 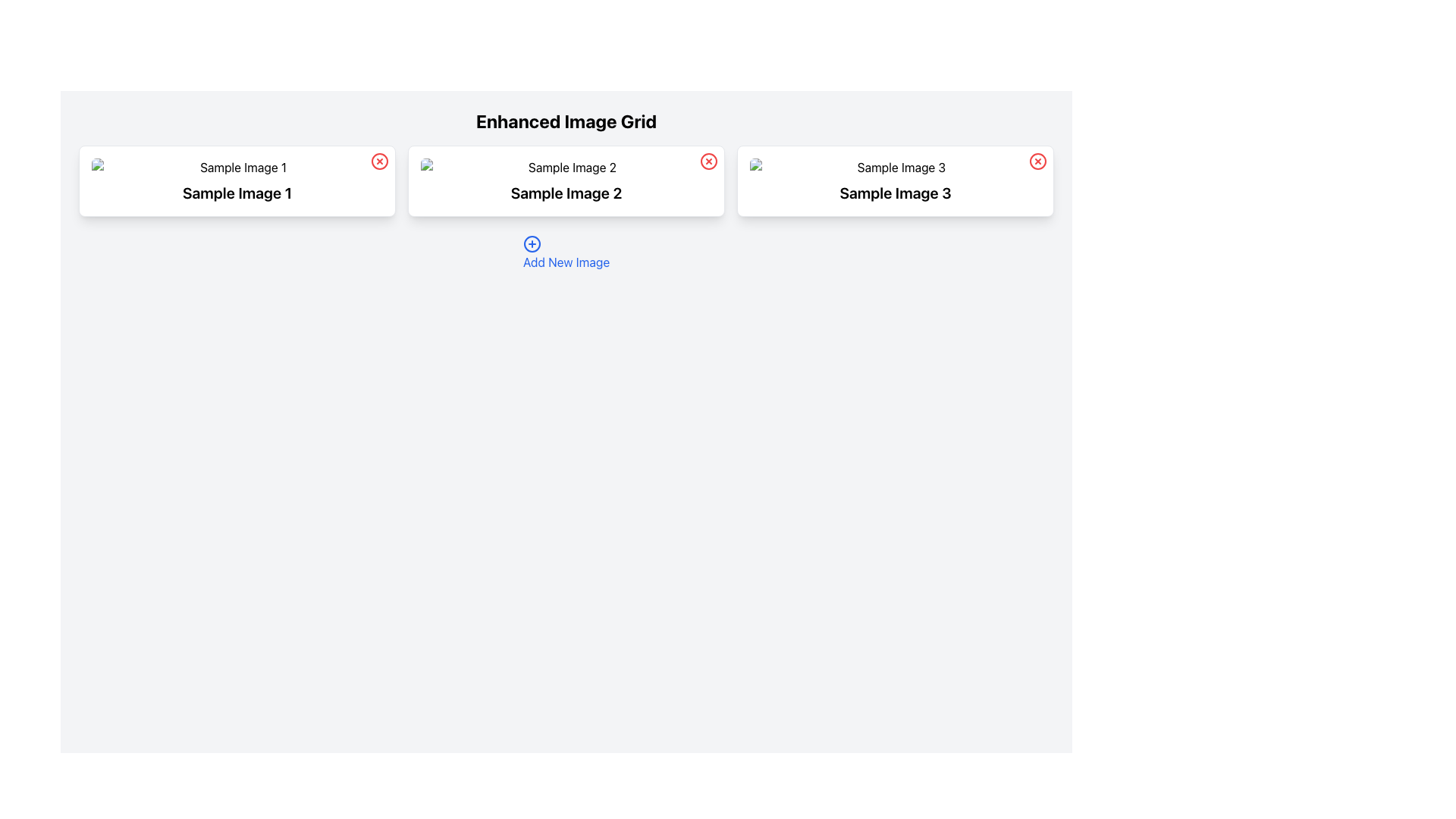 I want to click on the circular icon button with a red border and an 'X' design located at the top-right corner of the 'Sample Image 3' card, so click(x=1037, y=161).